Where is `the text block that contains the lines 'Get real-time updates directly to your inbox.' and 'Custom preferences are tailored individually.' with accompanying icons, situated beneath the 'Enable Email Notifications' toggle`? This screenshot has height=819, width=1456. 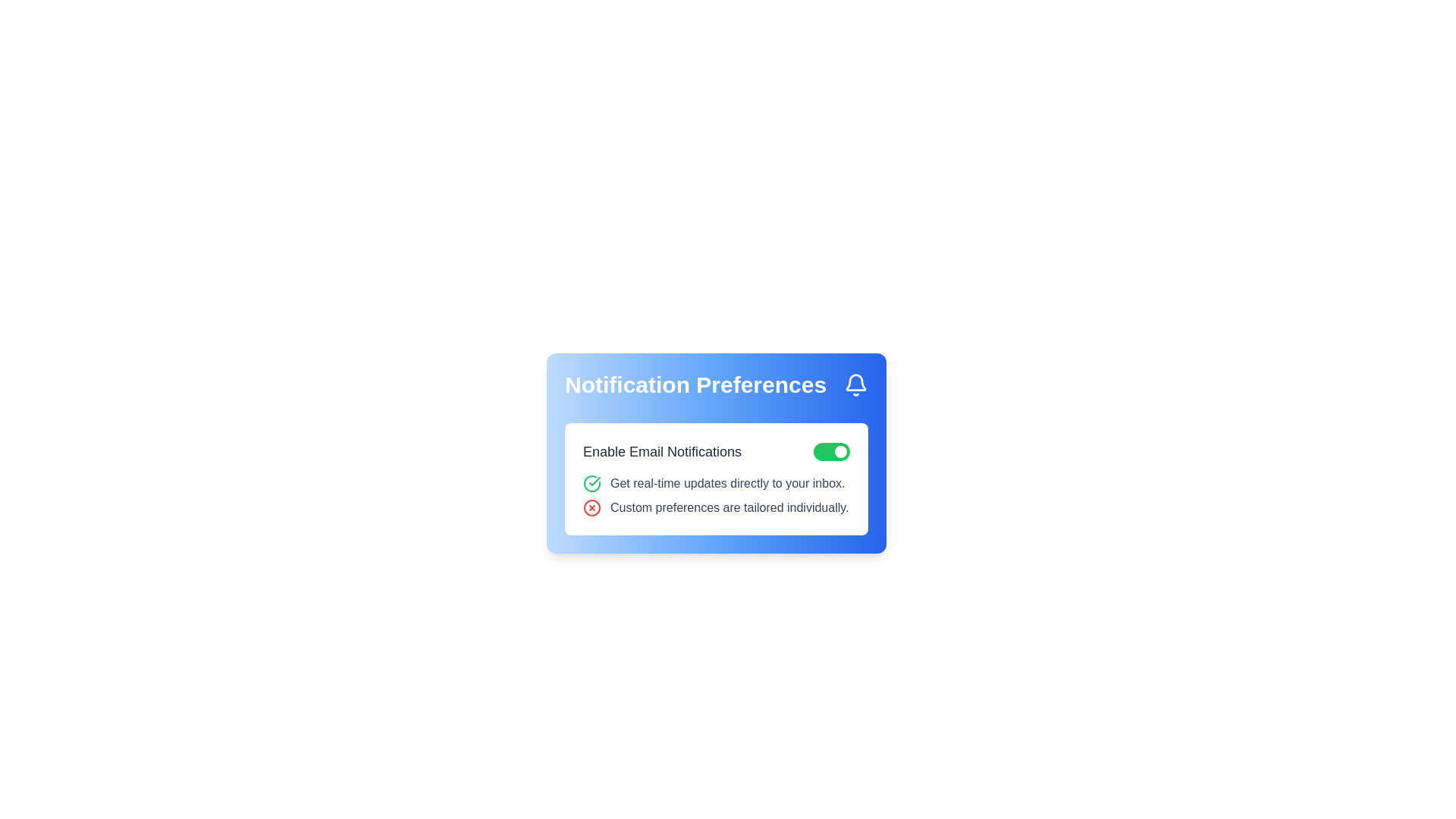 the text block that contains the lines 'Get real-time updates directly to your inbox.' and 'Custom preferences are tailored individually.' with accompanying icons, situated beneath the 'Enable Email Notifications' toggle is located at coordinates (716, 496).